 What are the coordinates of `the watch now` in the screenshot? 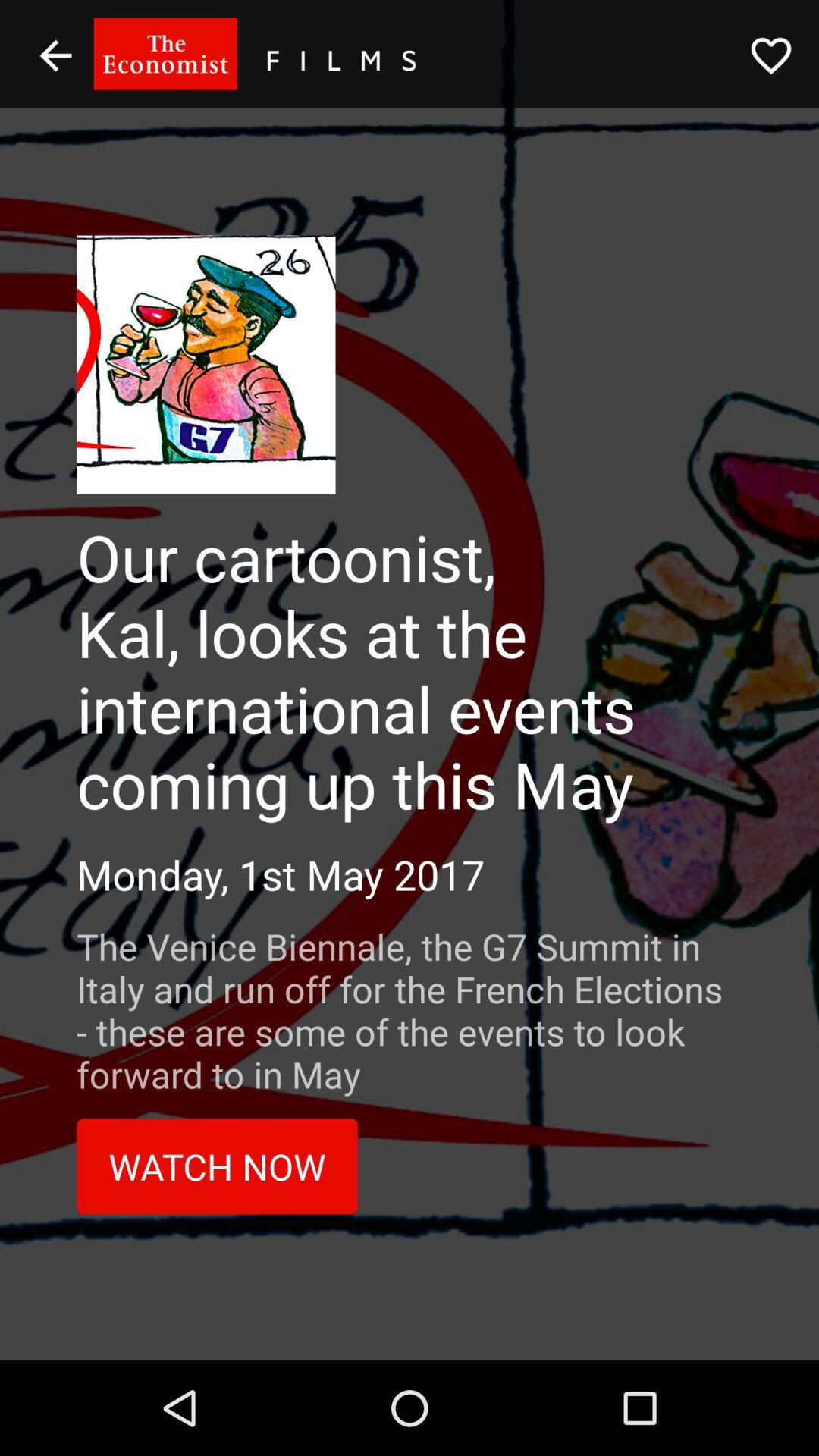 It's located at (217, 1166).